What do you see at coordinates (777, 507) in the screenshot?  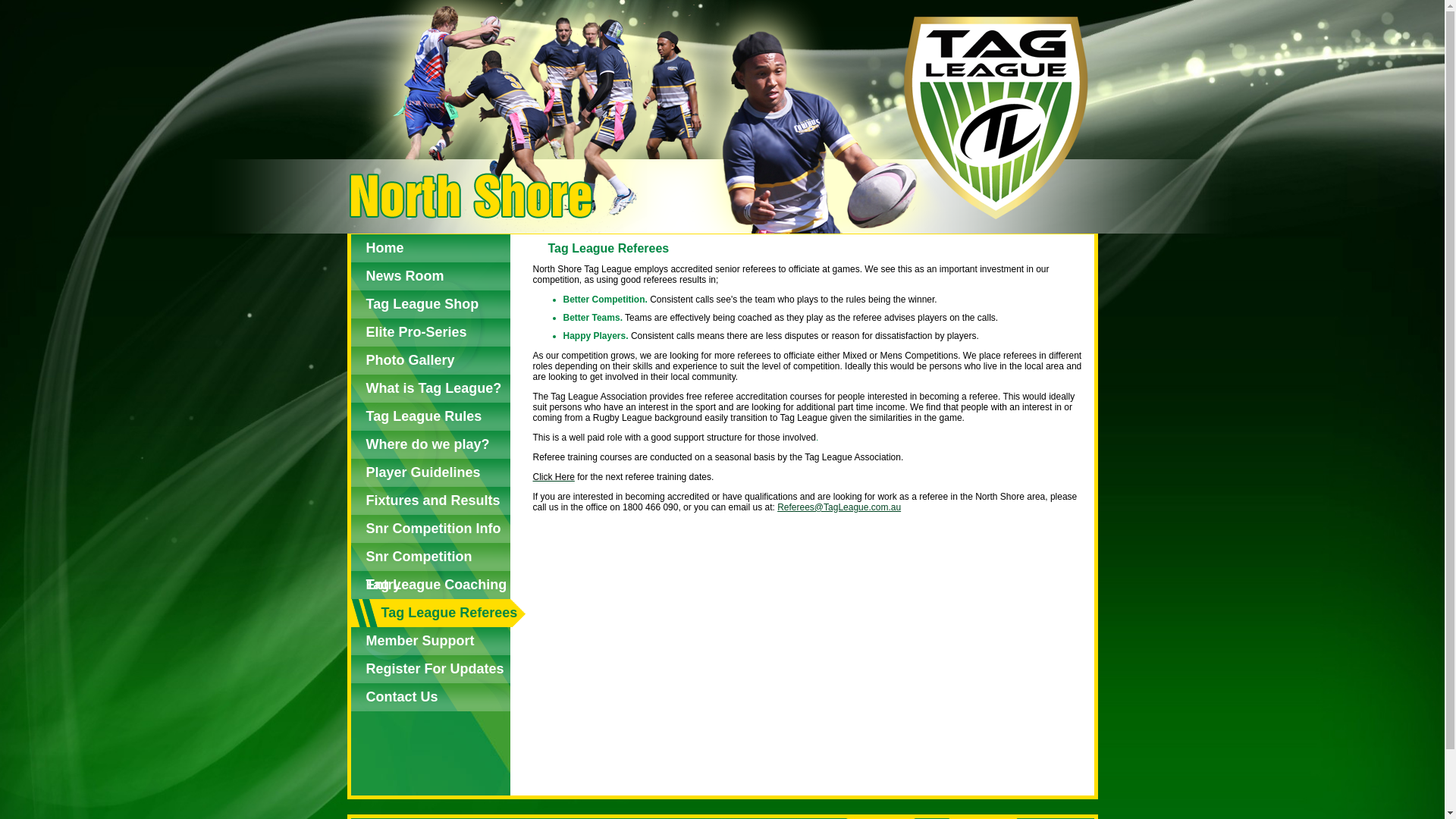 I see `'Referees@TagLeague.com.au'` at bounding box center [777, 507].